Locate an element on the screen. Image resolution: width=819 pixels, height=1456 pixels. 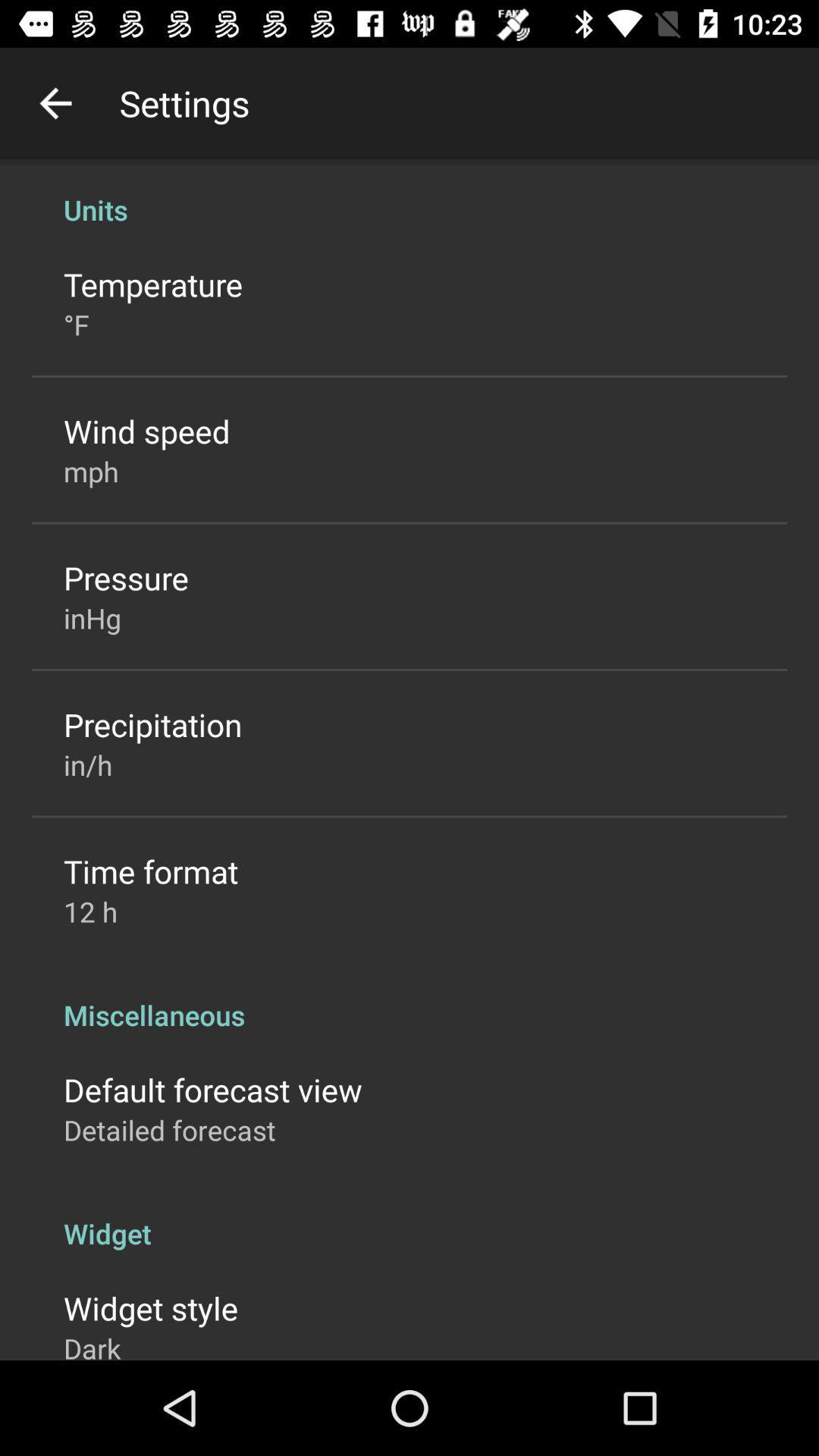
the icon below 12 h item is located at coordinates (409, 999).